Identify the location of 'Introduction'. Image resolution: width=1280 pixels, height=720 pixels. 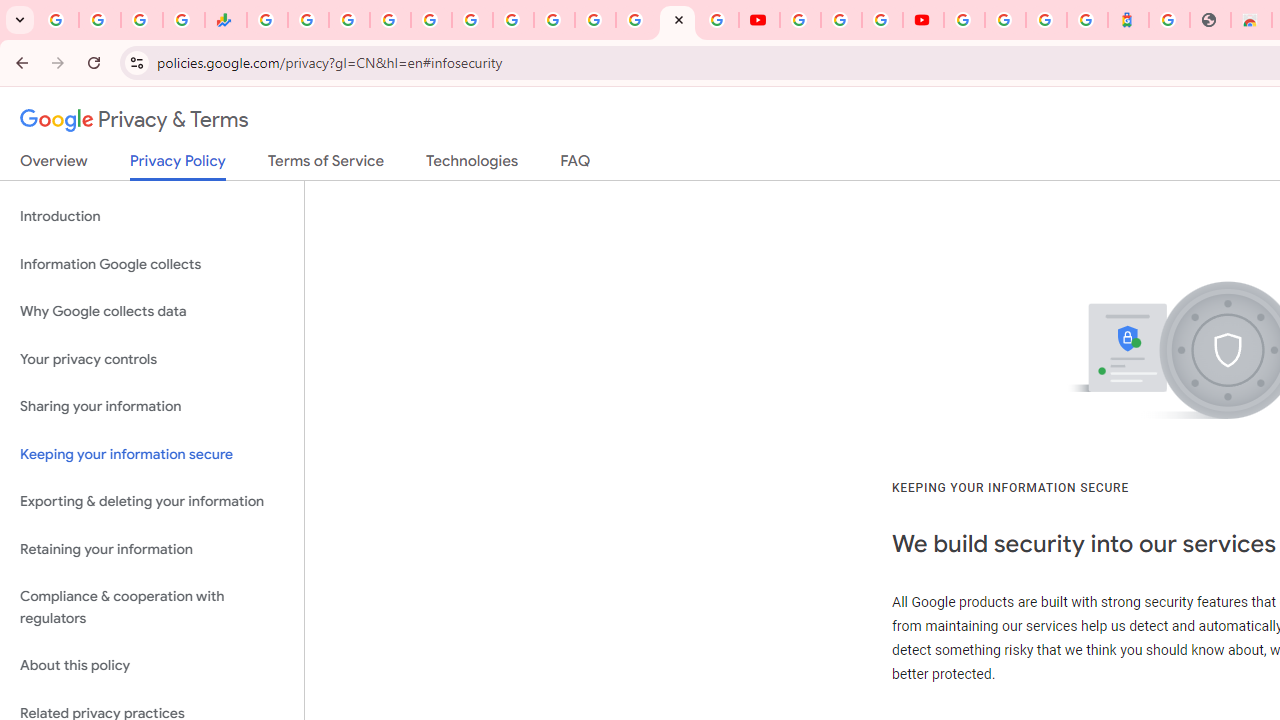
(151, 217).